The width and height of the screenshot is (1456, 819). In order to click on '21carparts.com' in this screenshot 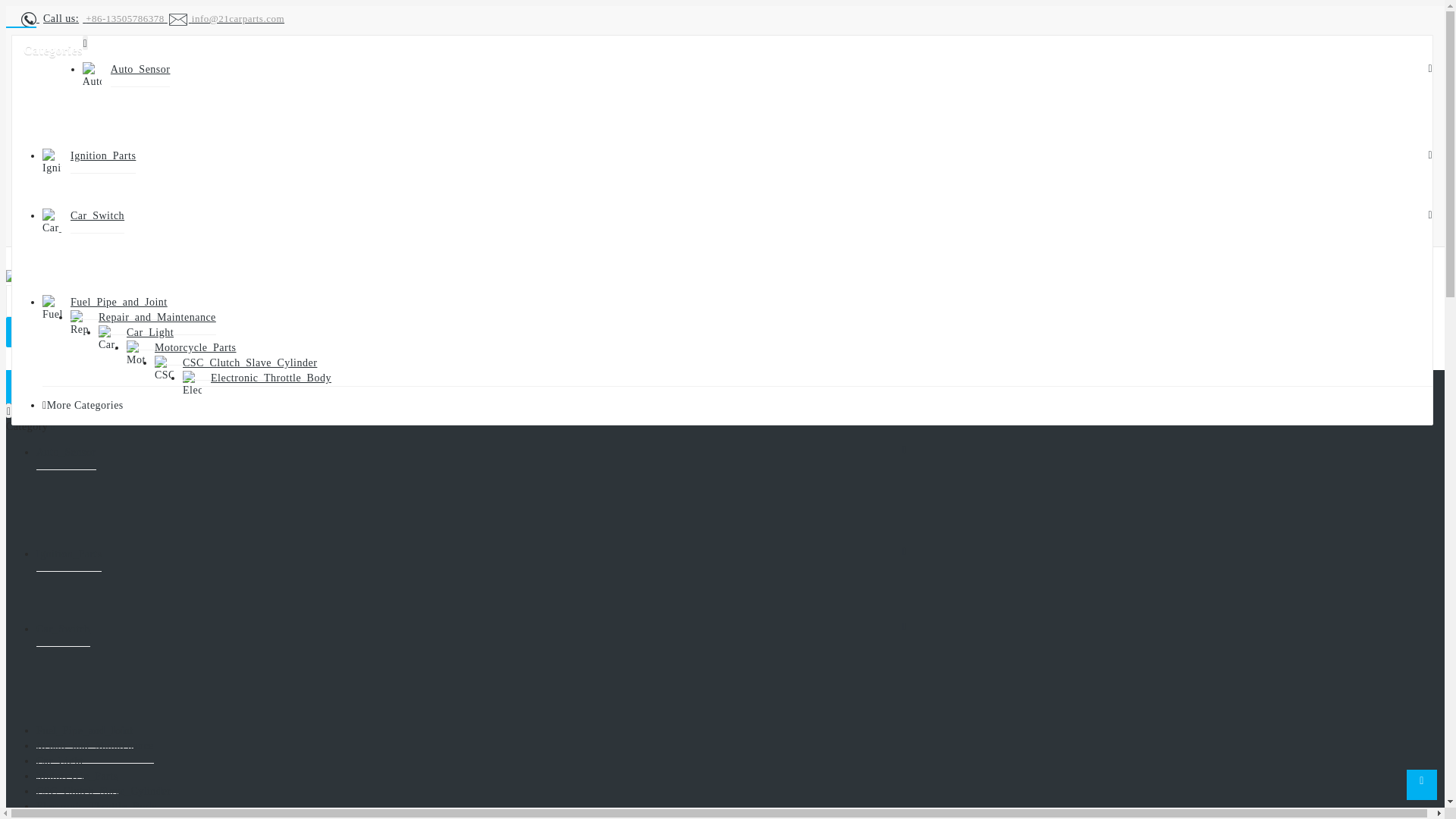, I will do `click(47, 278)`.